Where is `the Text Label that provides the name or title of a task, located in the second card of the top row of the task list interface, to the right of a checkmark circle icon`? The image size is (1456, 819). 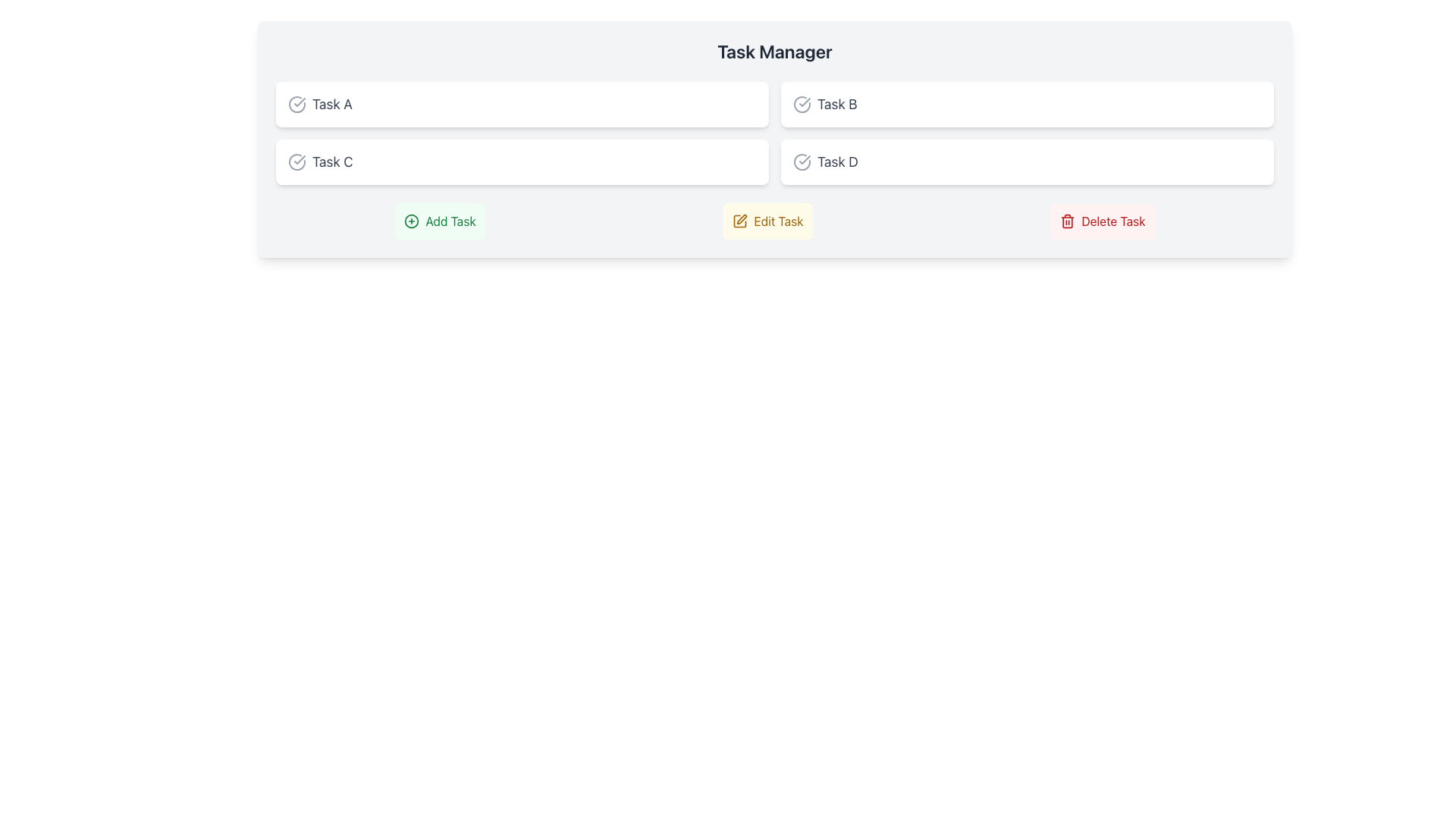 the Text Label that provides the name or title of a task, located in the second card of the top row of the task list interface, to the right of a checkmark circle icon is located at coordinates (836, 104).